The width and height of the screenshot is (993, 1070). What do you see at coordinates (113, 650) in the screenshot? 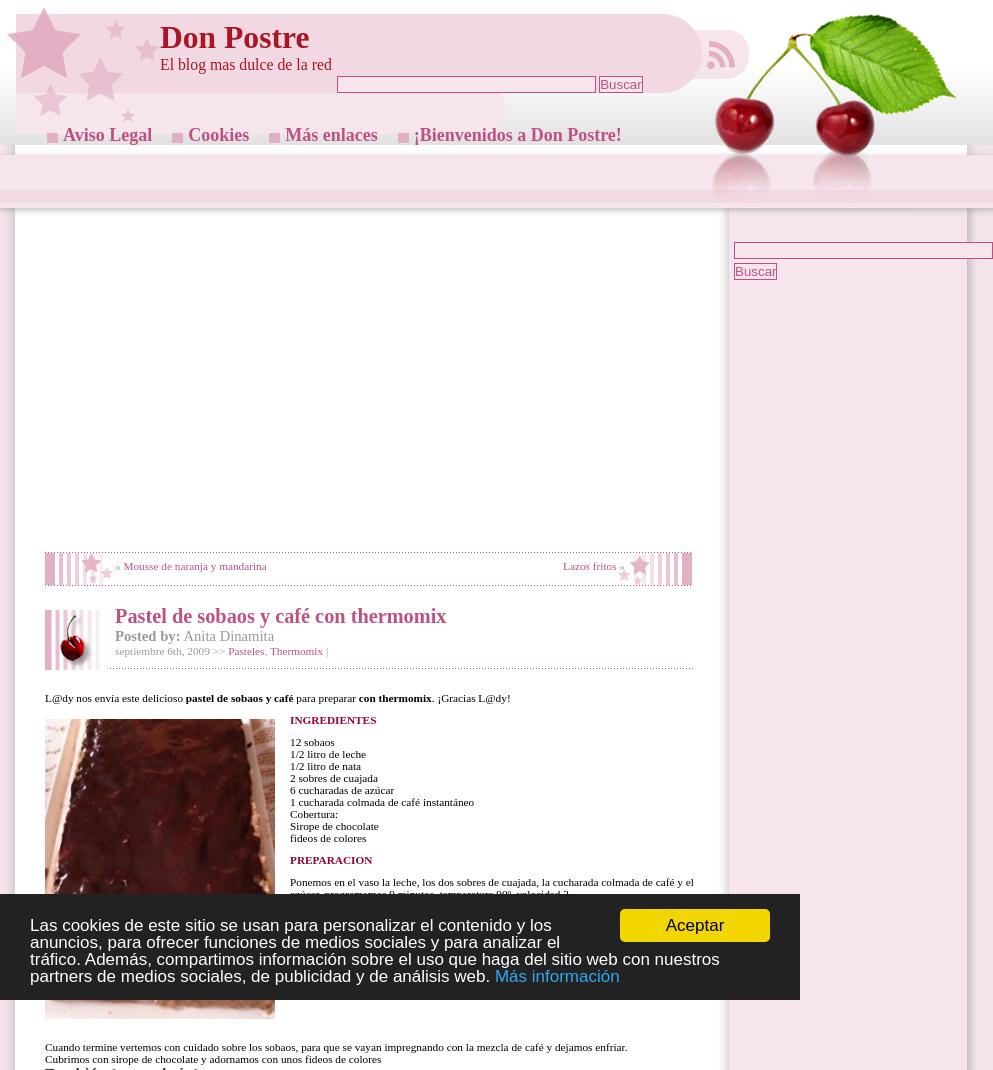
I see `'septiembre 6th, 2009 >>'` at bounding box center [113, 650].